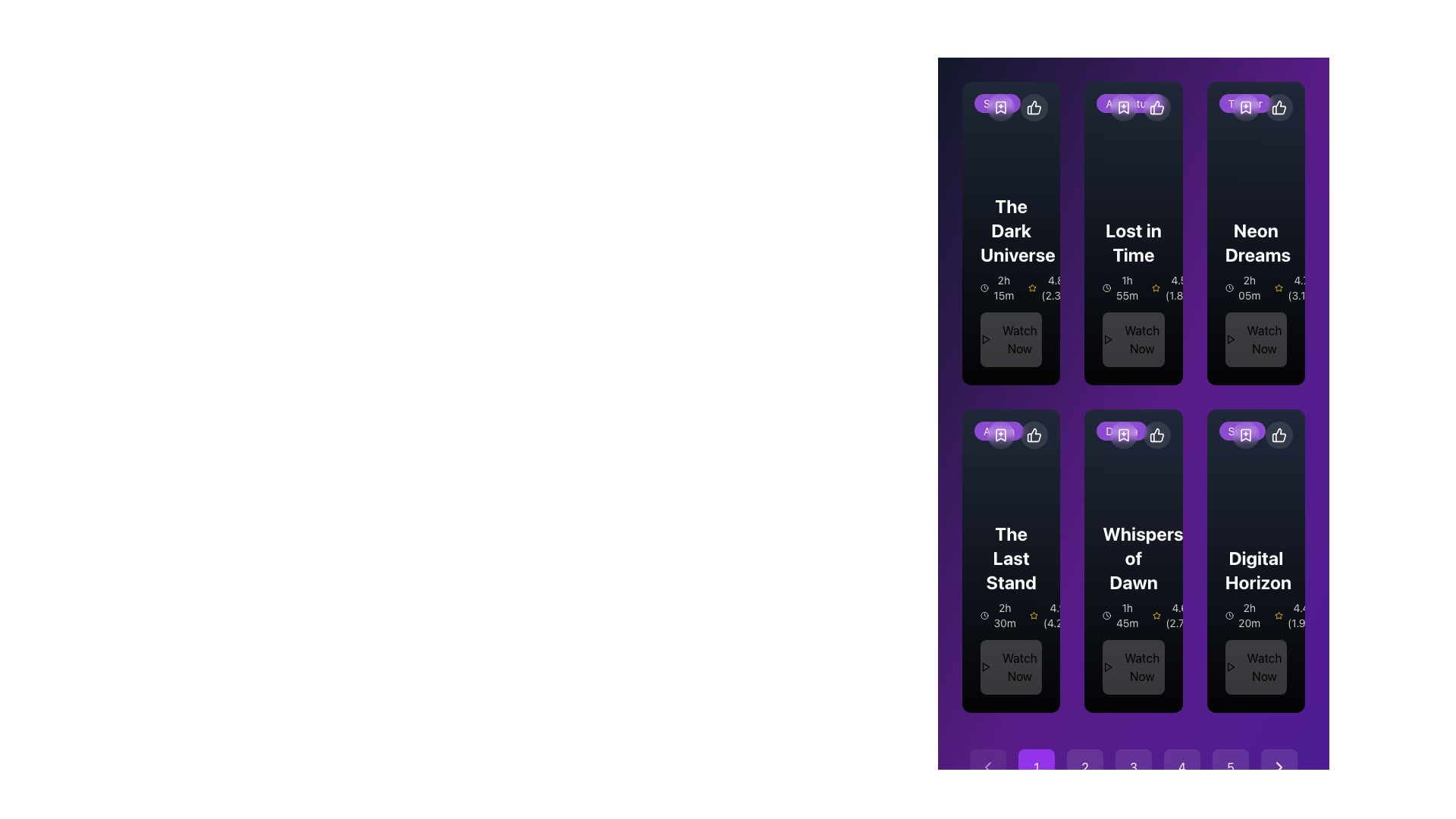 The width and height of the screenshot is (1456, 819). Describe the element at coordinates (1133, 288) in the screenshot. I see `the Information display section that shows the duration '1h 55m' and the rating '4.5 (1.8k)', located below the title 'Lost in Time'` at that location.